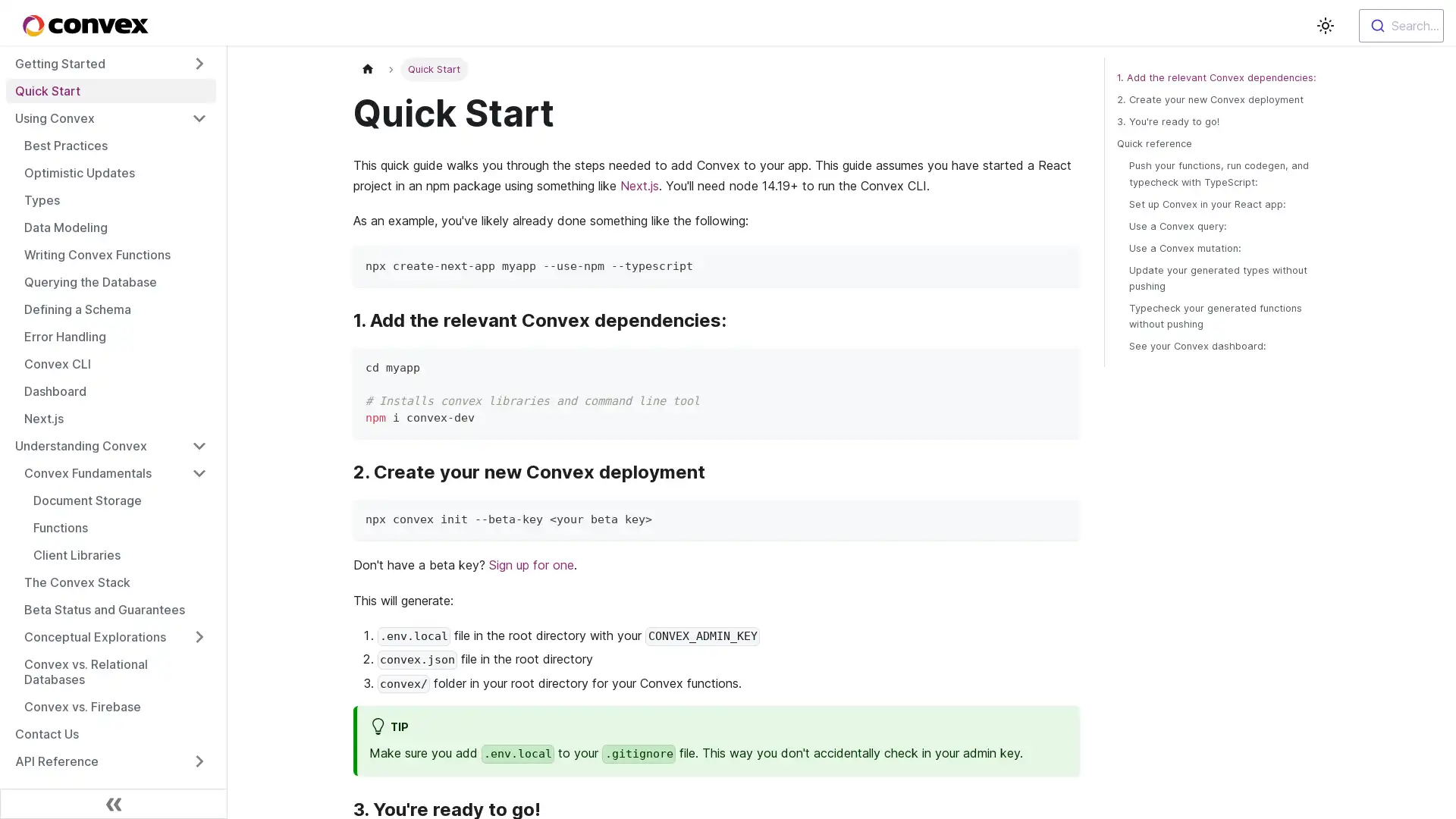  I want to click on Copy code to clipboard, so click(1060, 366).